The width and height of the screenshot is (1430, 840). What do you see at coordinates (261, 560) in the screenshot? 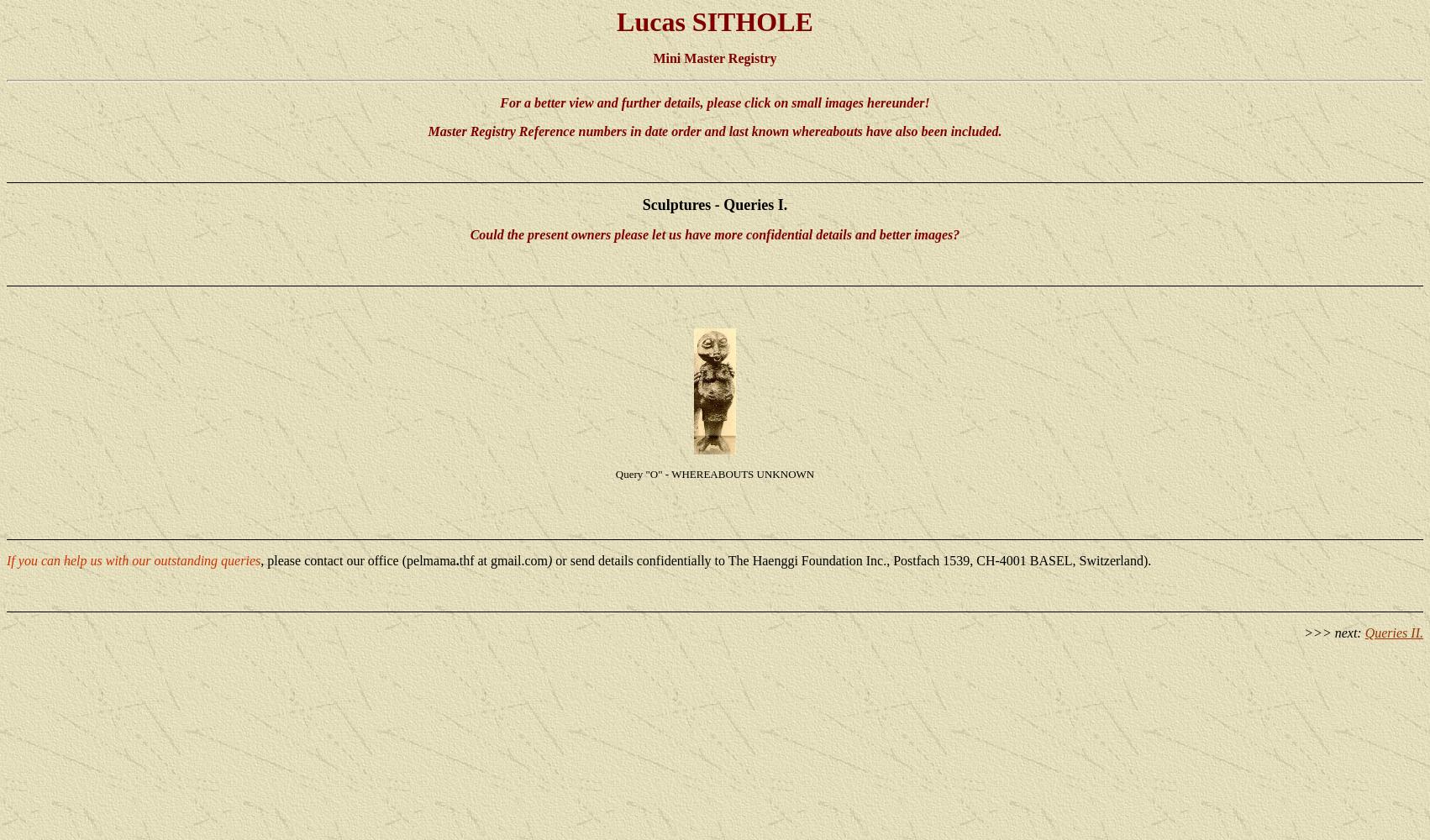
I see `','` at bounding box center [261, 560].